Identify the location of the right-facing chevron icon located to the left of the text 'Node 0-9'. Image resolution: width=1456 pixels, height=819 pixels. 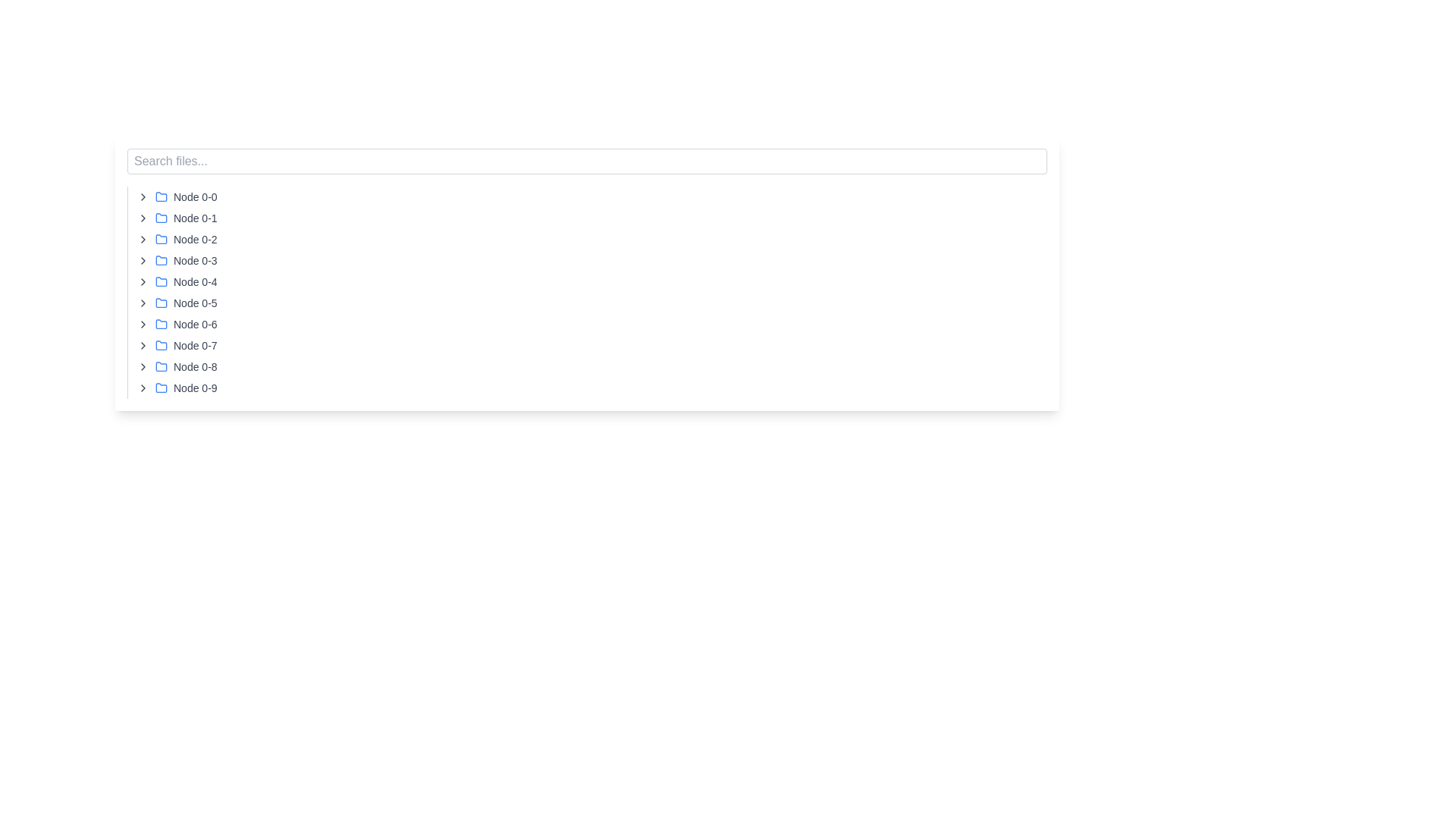
(143, 388).